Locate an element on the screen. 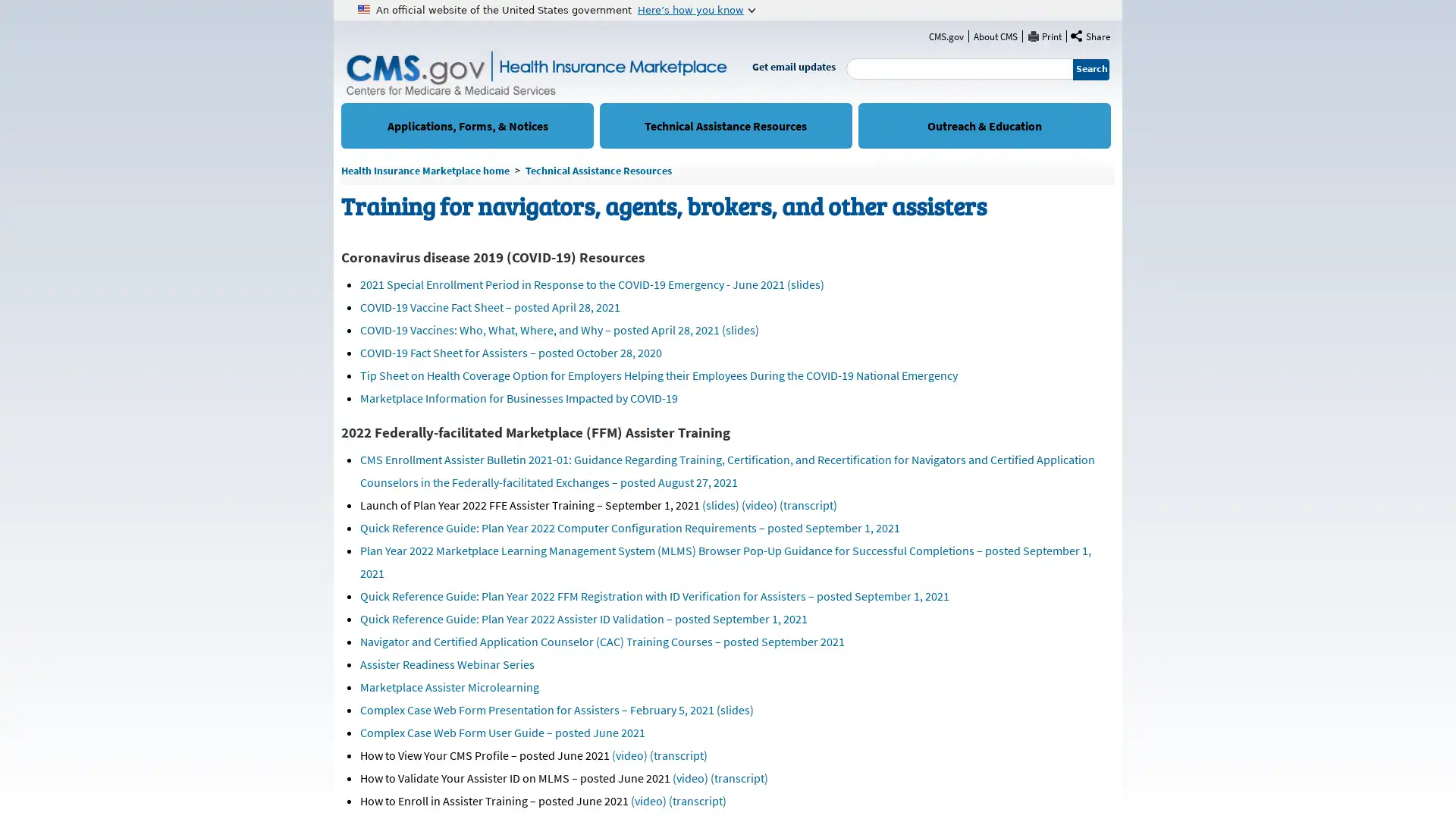 The image size is (1456, 819). Search is located at coordinates (1090, 69).